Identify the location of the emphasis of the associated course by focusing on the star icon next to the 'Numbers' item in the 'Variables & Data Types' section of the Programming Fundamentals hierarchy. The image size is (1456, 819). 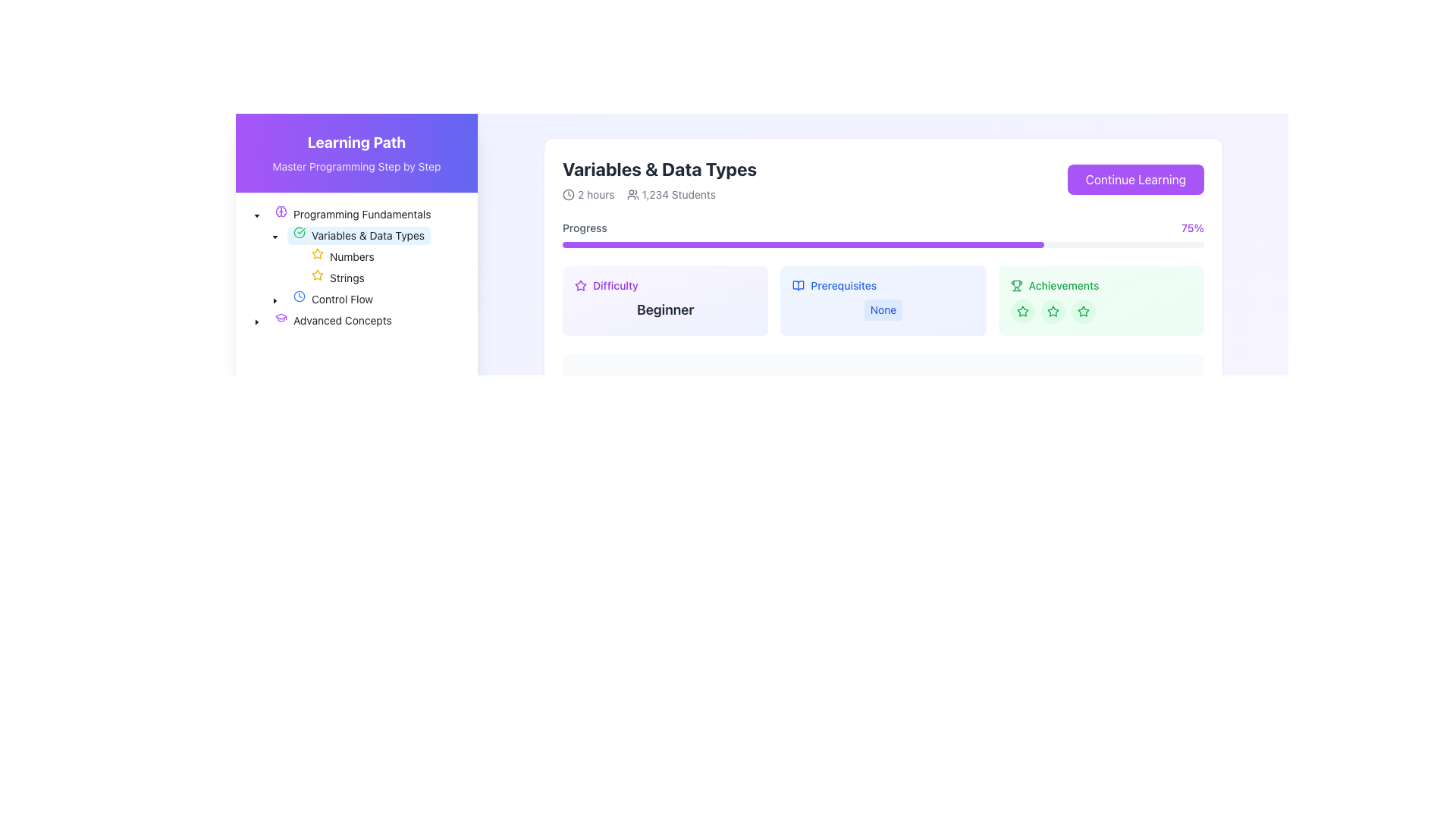
(316, 275).